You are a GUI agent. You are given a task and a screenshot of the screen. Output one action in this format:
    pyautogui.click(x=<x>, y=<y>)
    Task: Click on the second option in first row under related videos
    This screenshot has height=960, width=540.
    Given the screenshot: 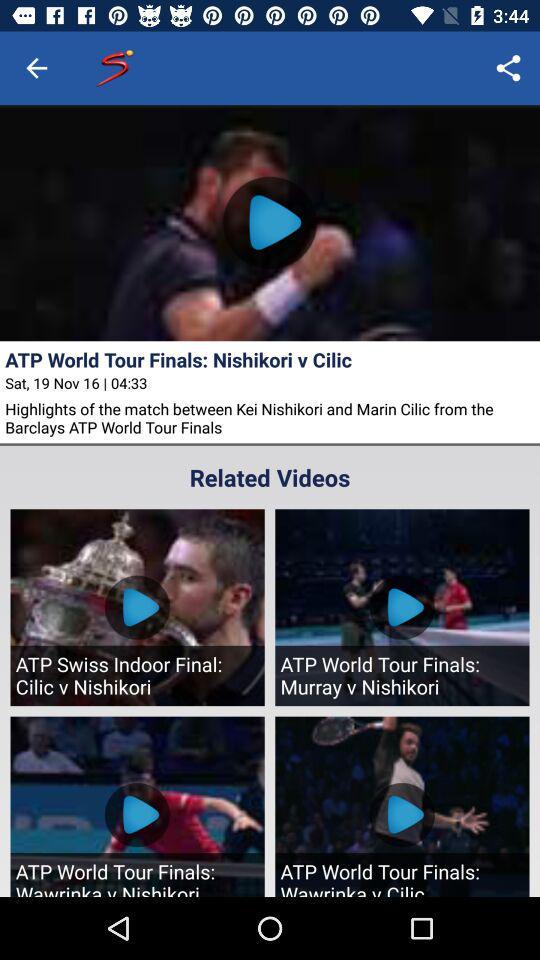 What is the action you would take?
    pyautogui.click(x=402, y=606)
    